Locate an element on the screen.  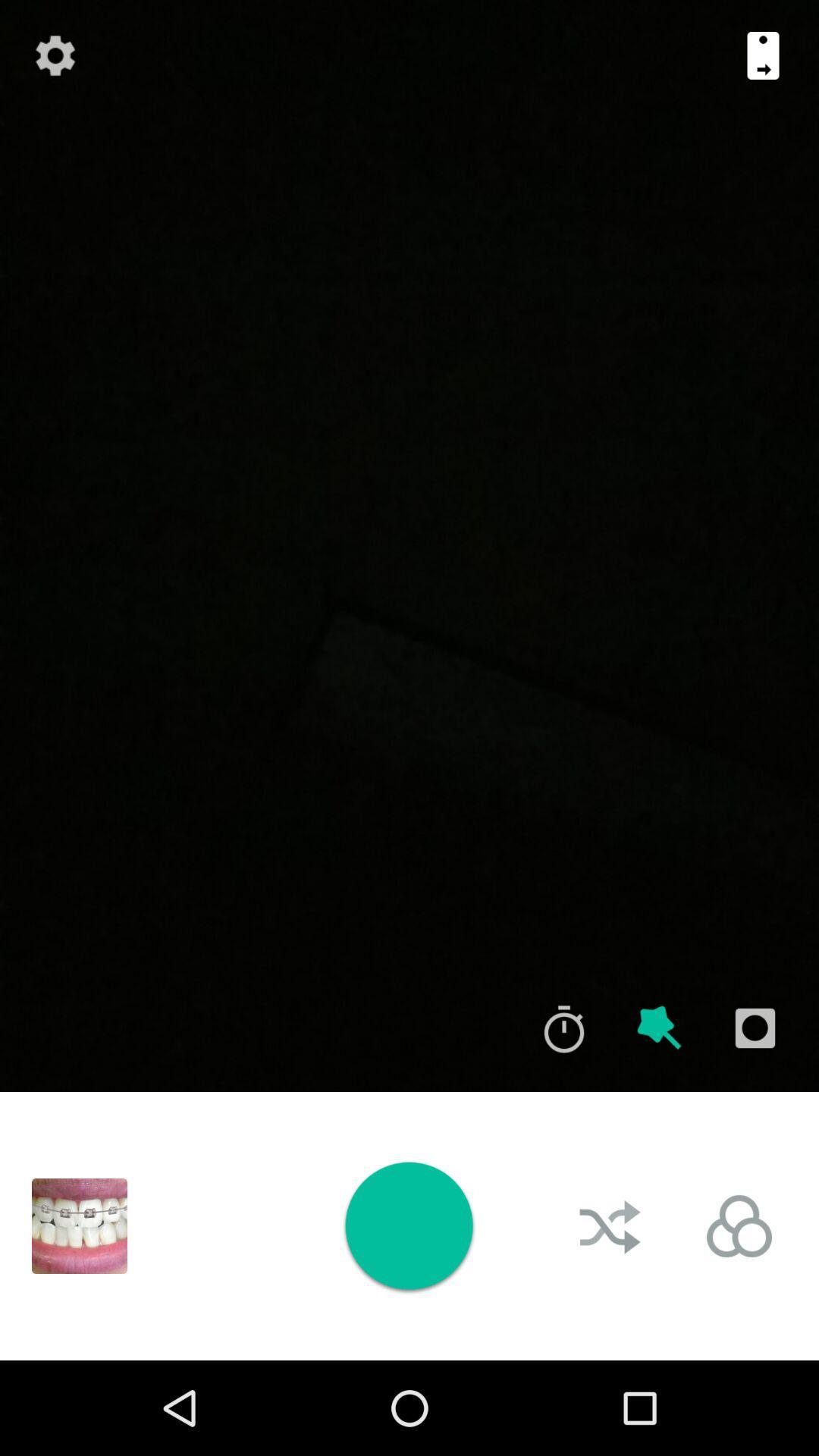
the settings icon is located at coordinates (55, 59).